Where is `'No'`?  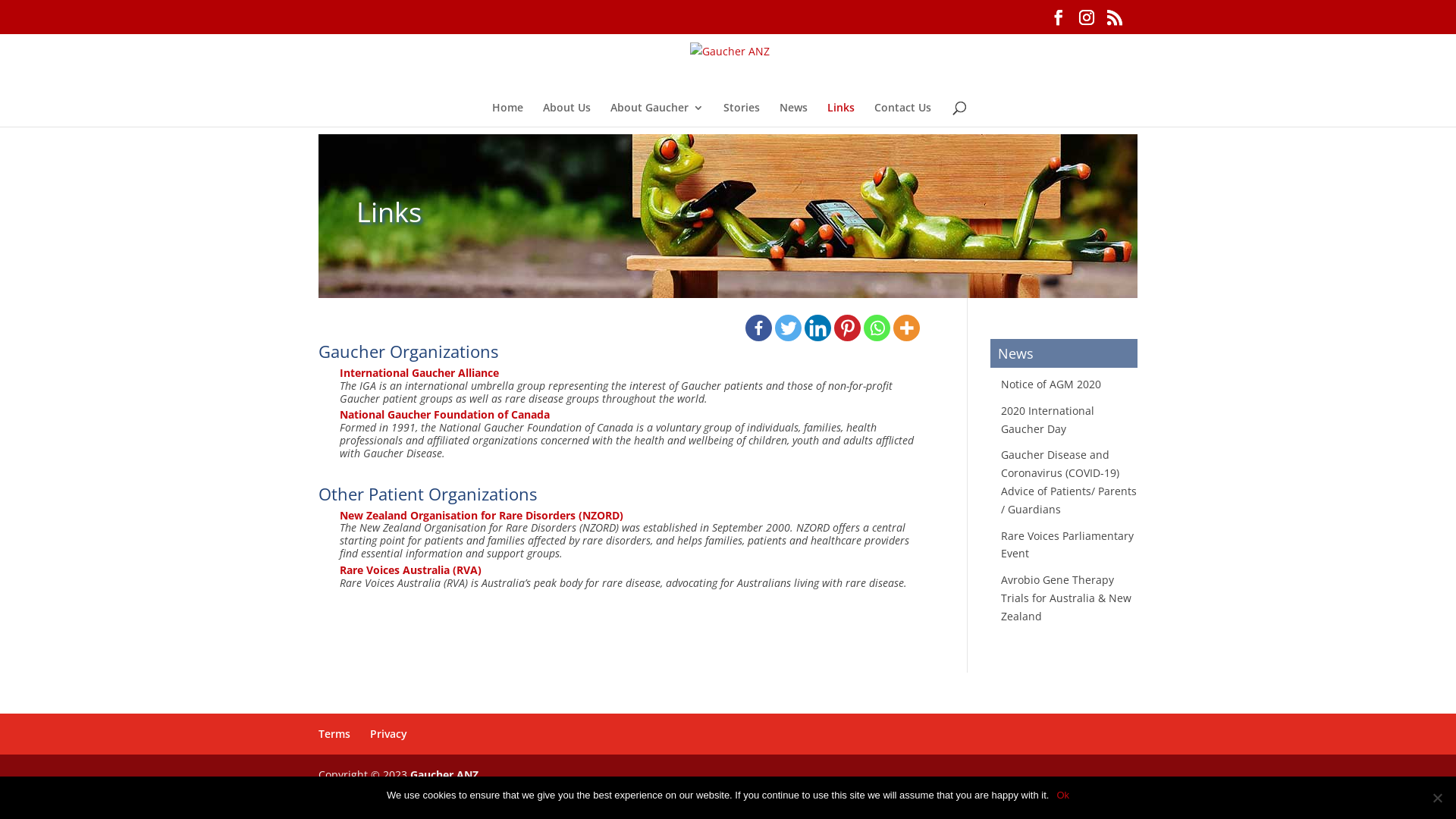
'No' is located at coordinates (1436, 797).